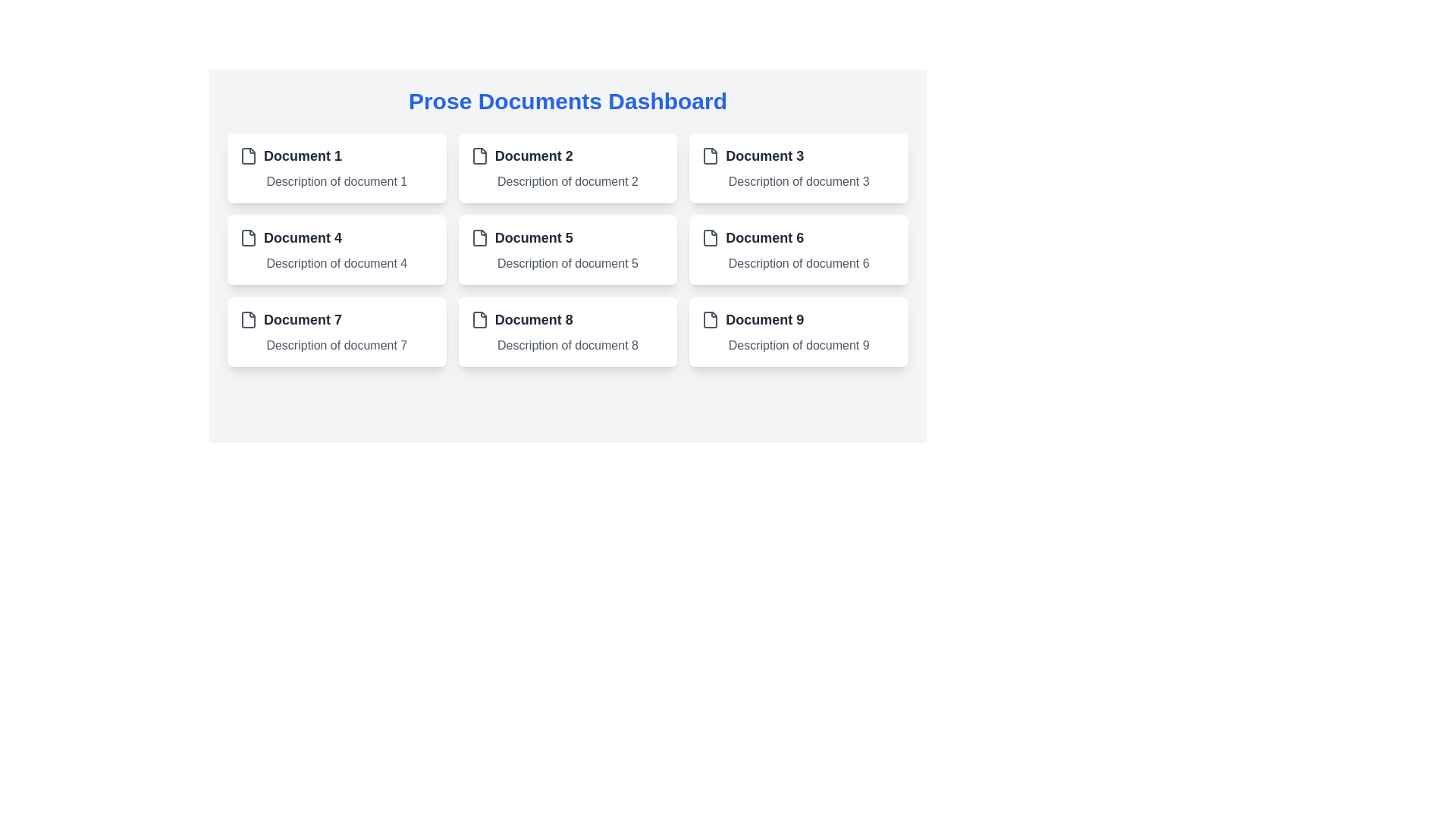 The image size is (1456, 819). Describe the element at coordinates (566, 180) in the screenshot. I see `the text label providing contextual information for 'Document 2', which is located beneath the main title in the second box of the grid layout` at that location.